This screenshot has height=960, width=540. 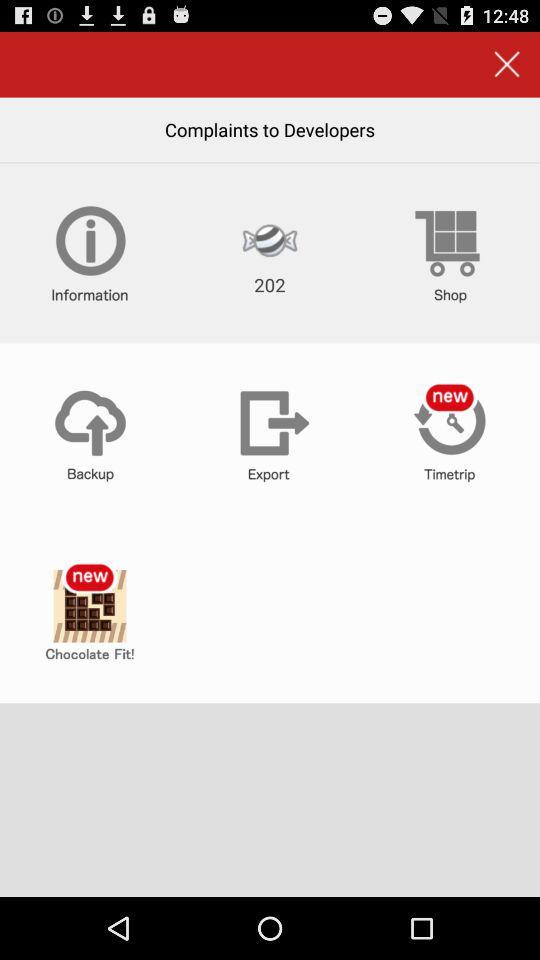 I want to click on information, so click(x=89, y=252).